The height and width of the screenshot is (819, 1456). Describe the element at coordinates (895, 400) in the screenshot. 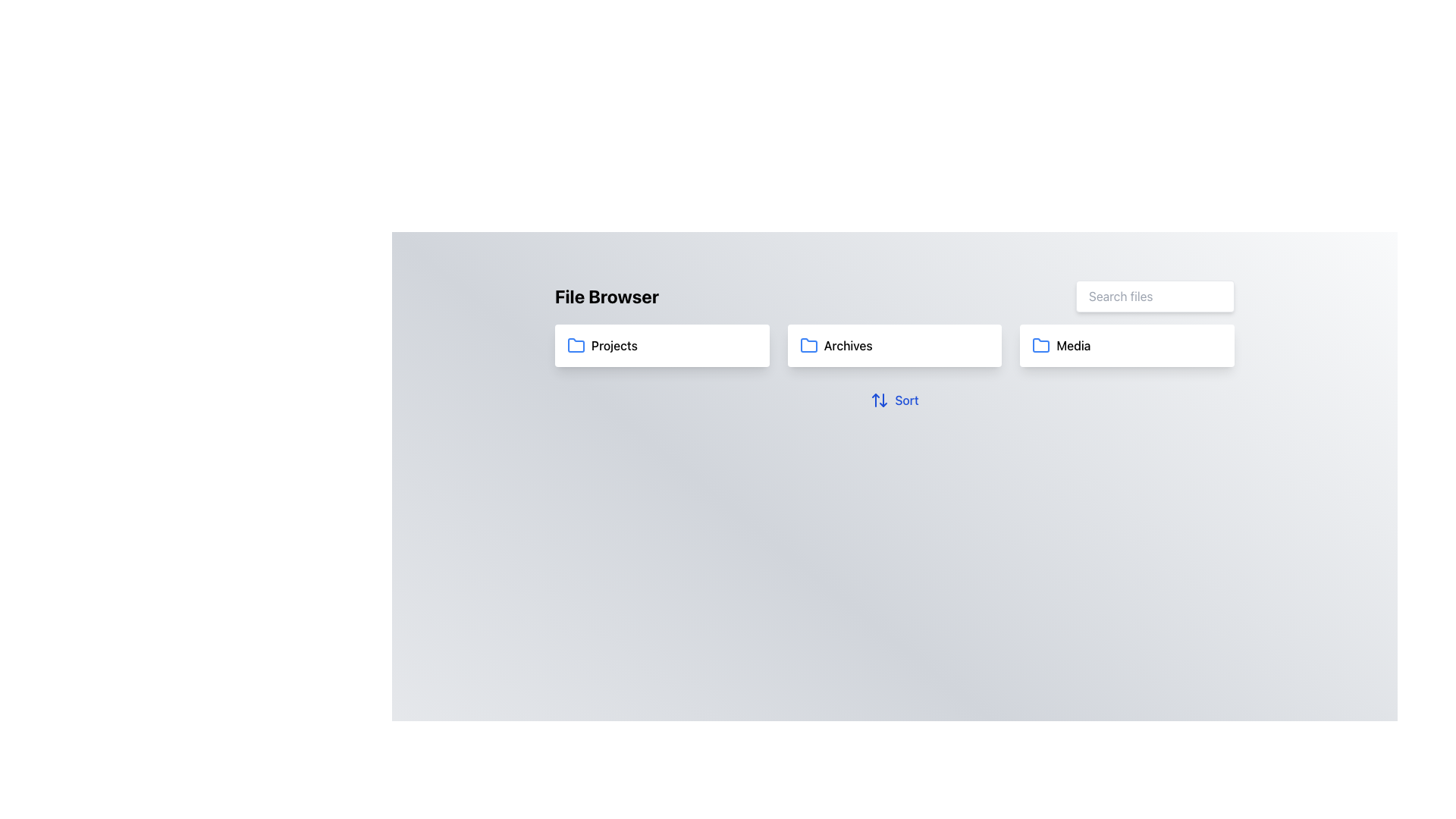

I see `the sorting button located beneath the 'Projects', 'Archives', and 'Media' sections` at that location.